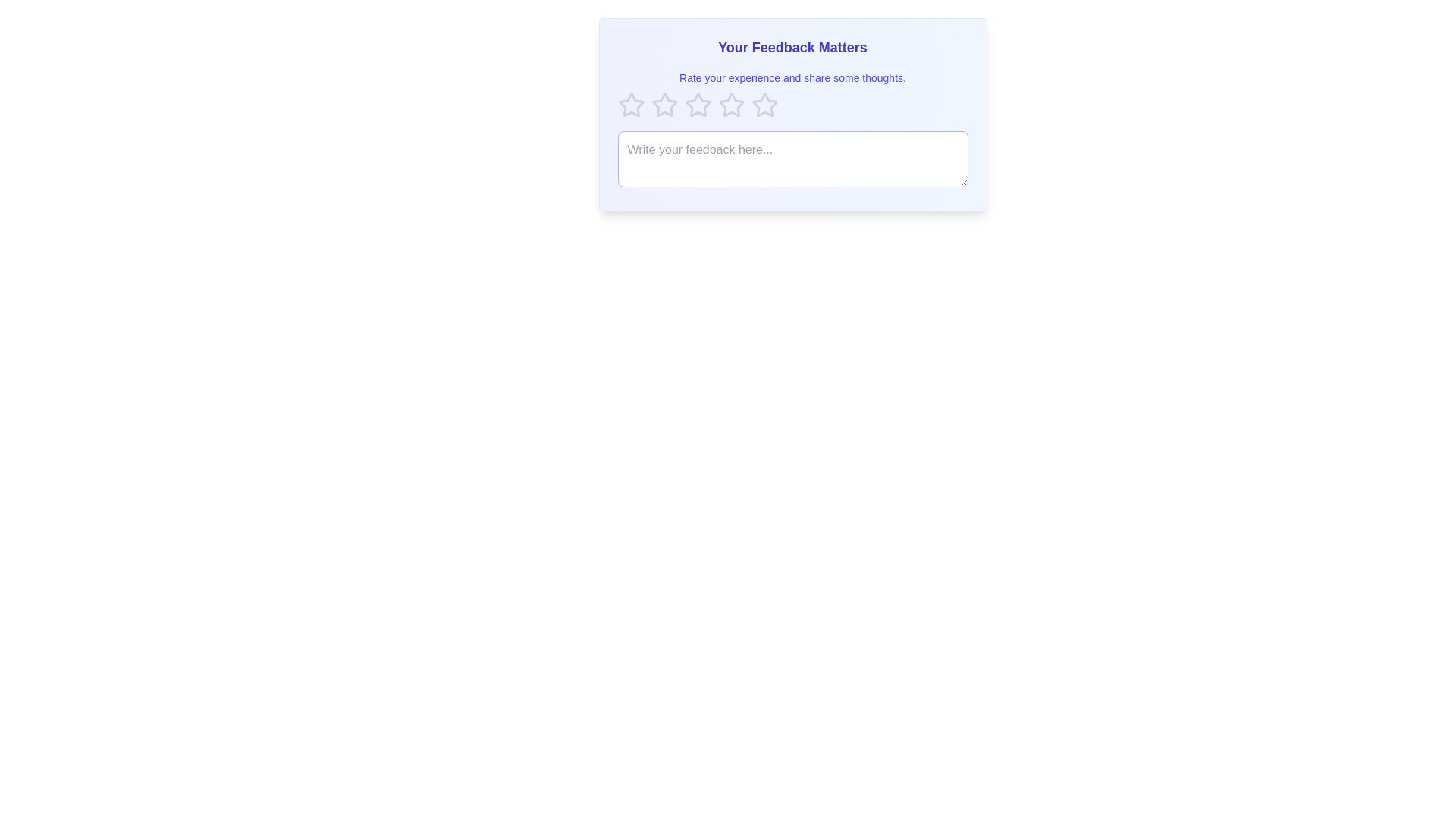 This screenshot has height=819, width=1456. Describe the element at coordinates (664, 104) in the screenshot. I see `the star corresponding to the desired rating 2` at that location.